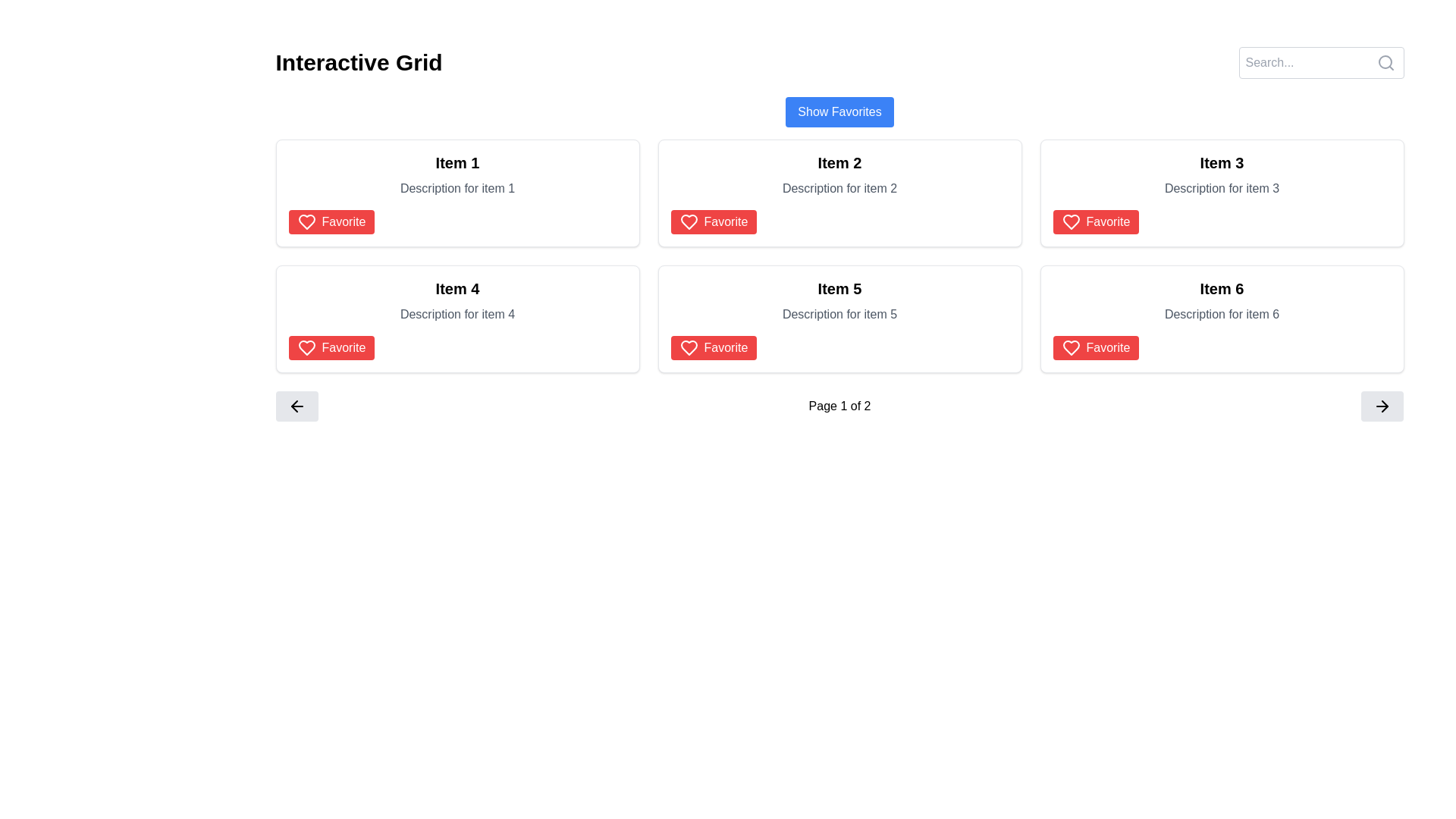 This screenshot has height=819, width=1456. Describe the element at coordinates (839, 163) in the screenshot. I see `the text label displaying 'Item 2', which is centrally aligned and styled with a bold font, located above the description and favorite button for 'Item 2'` at that location.